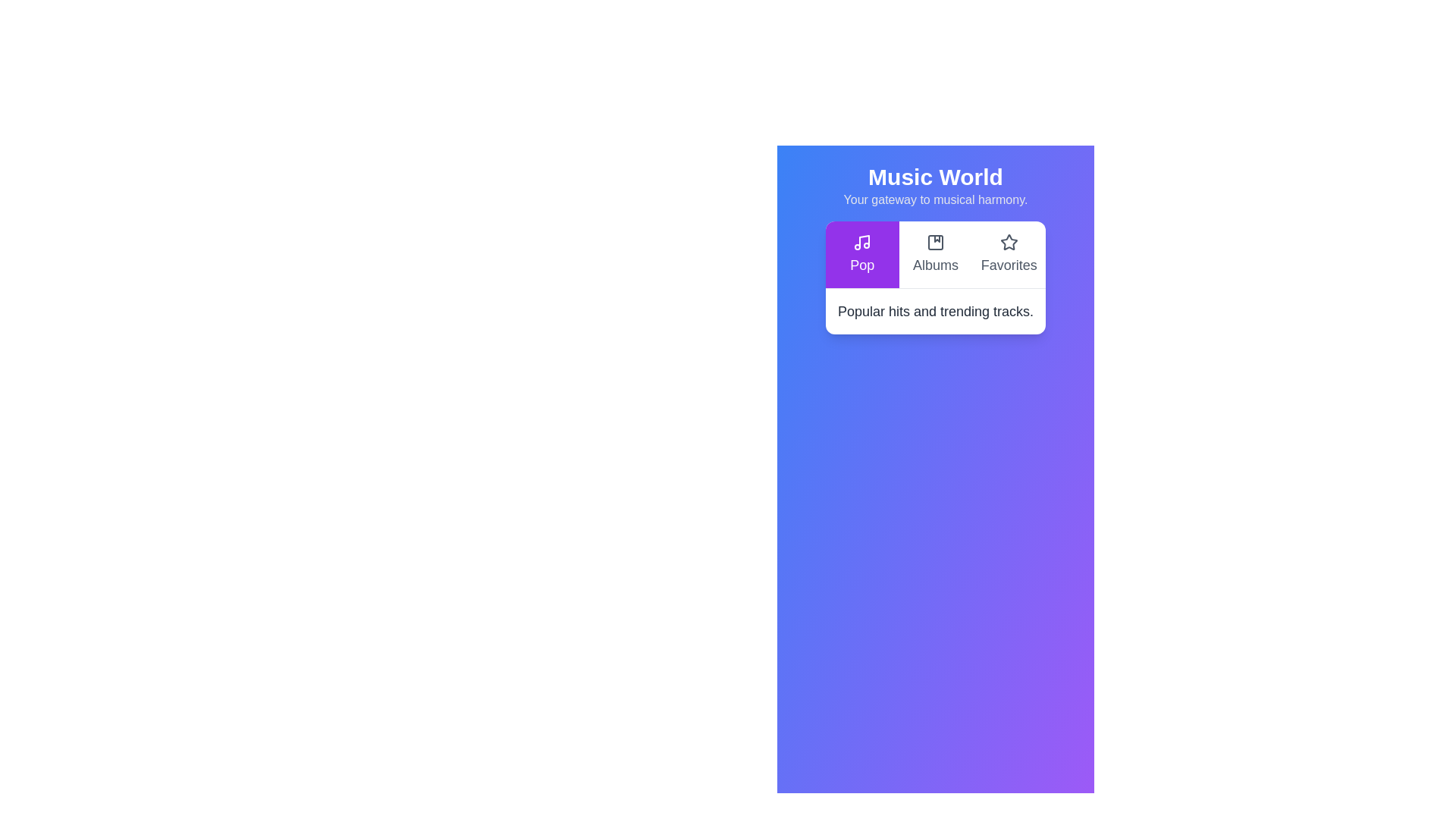 The height and width of the screenshot is (819, 1456). I want to click on the Favorites tab to view its content, so click(1009, 253).